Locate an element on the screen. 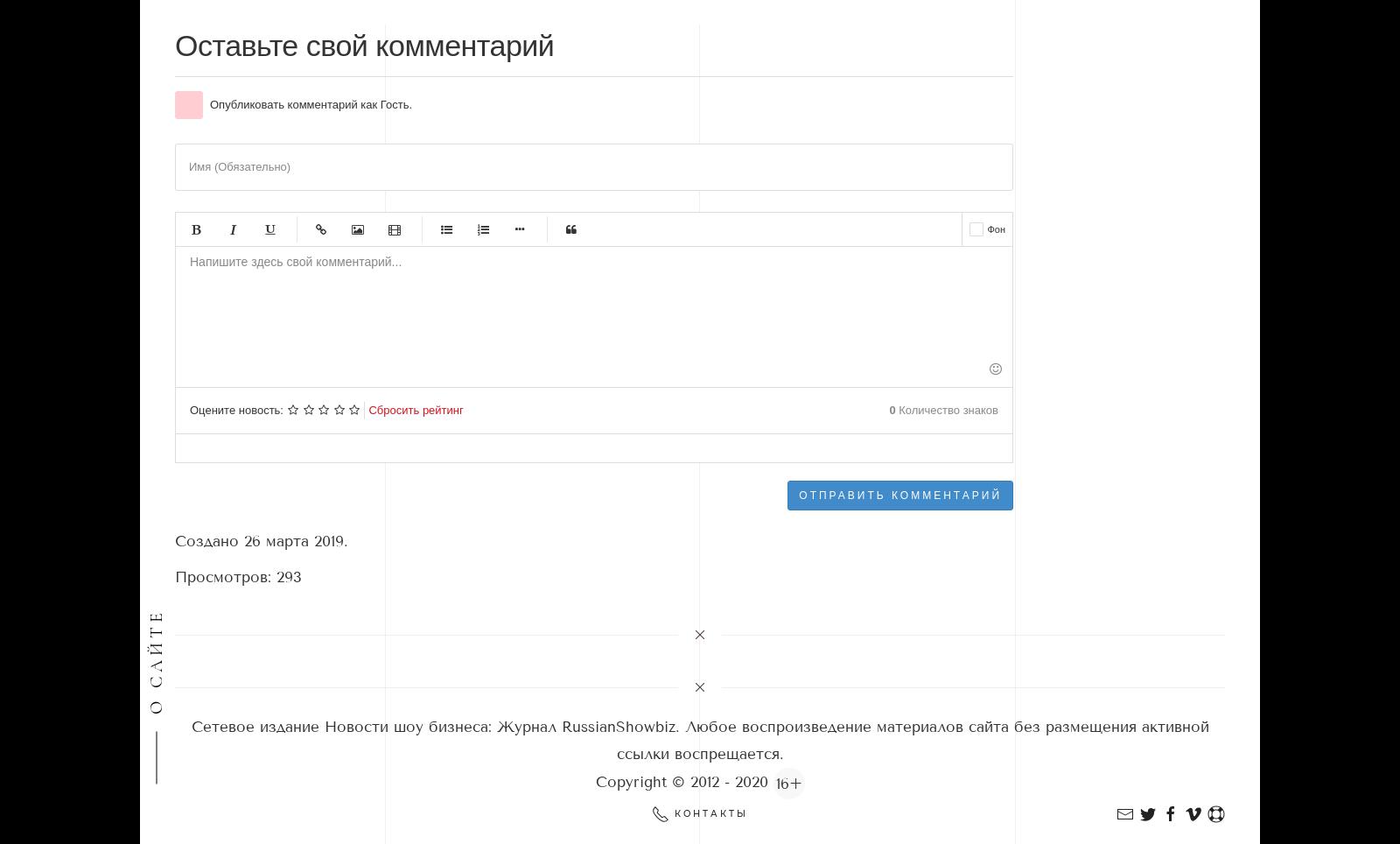 This screenshot has height=844, width=1400. '@cannahempx' is located at coordinates (220, 207).